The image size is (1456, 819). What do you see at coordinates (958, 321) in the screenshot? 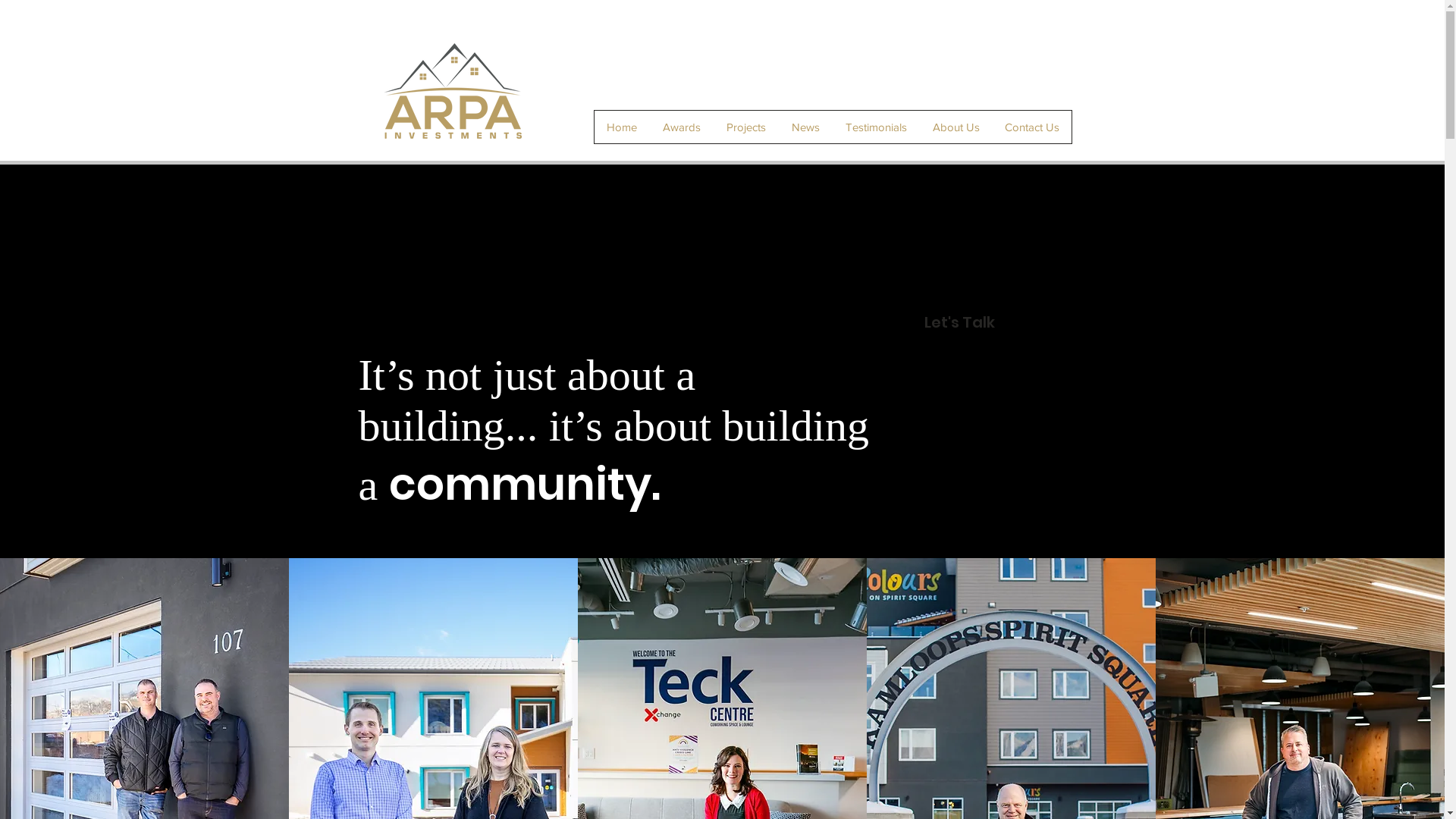
I see `'Let's Talk'` at bounding box center [958, 321].